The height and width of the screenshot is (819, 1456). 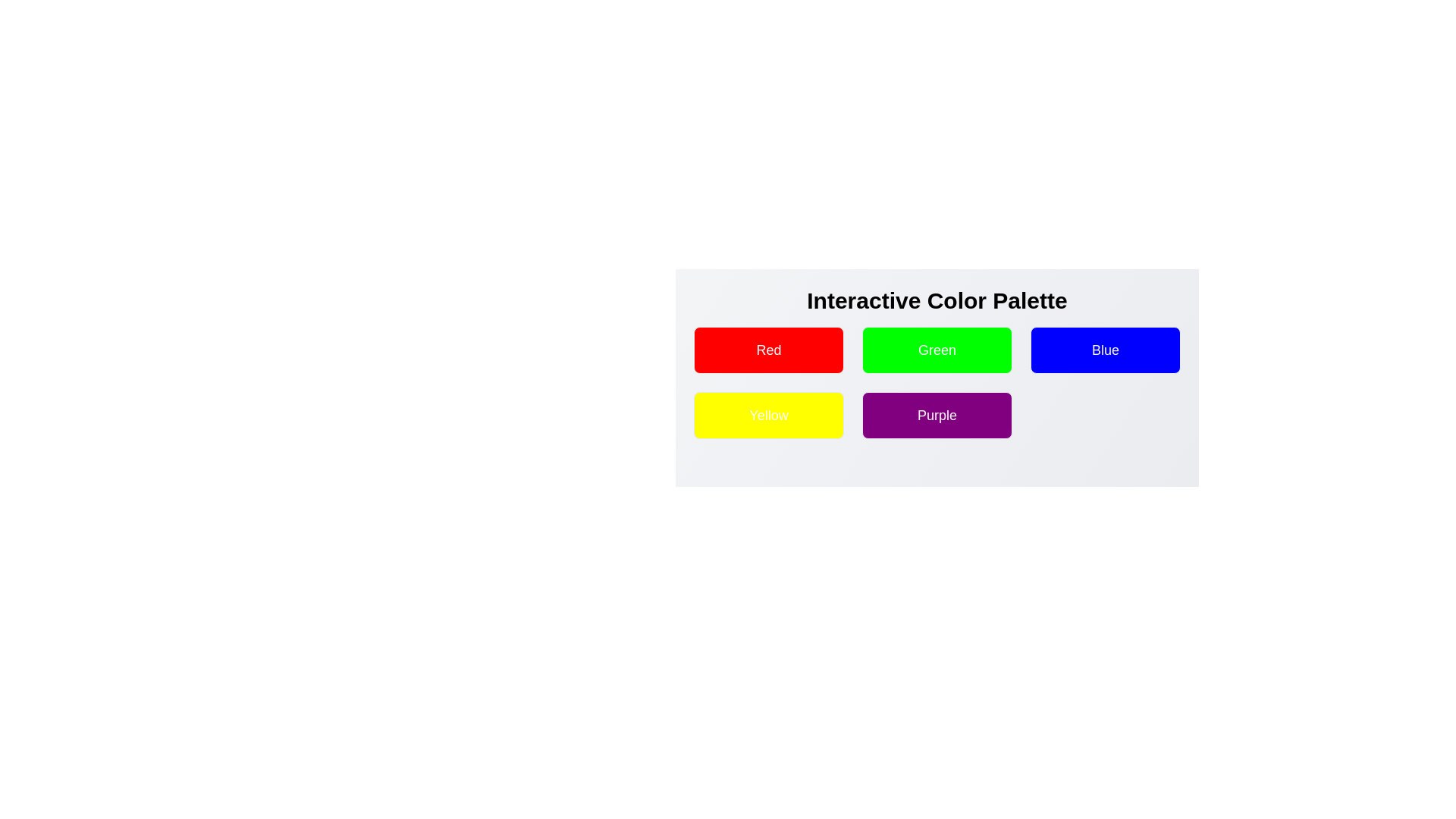 I want to click on the color selection button for yellow, located in the second row and first column of the button grid, beneath the red button labeled 'Red', so click(x=768, y=415).